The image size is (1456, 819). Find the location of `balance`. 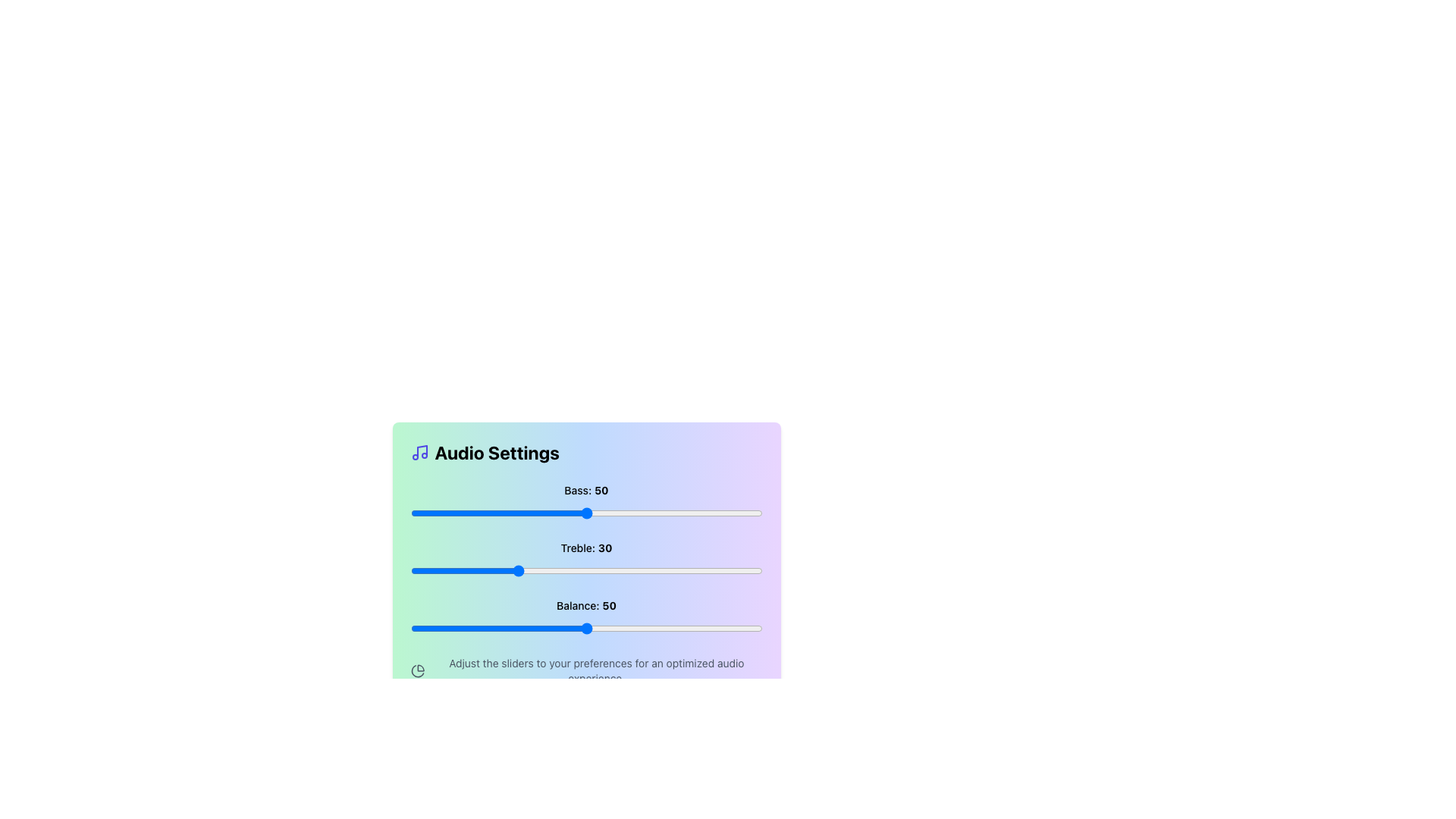

balance is located at coordinates (472, 629).